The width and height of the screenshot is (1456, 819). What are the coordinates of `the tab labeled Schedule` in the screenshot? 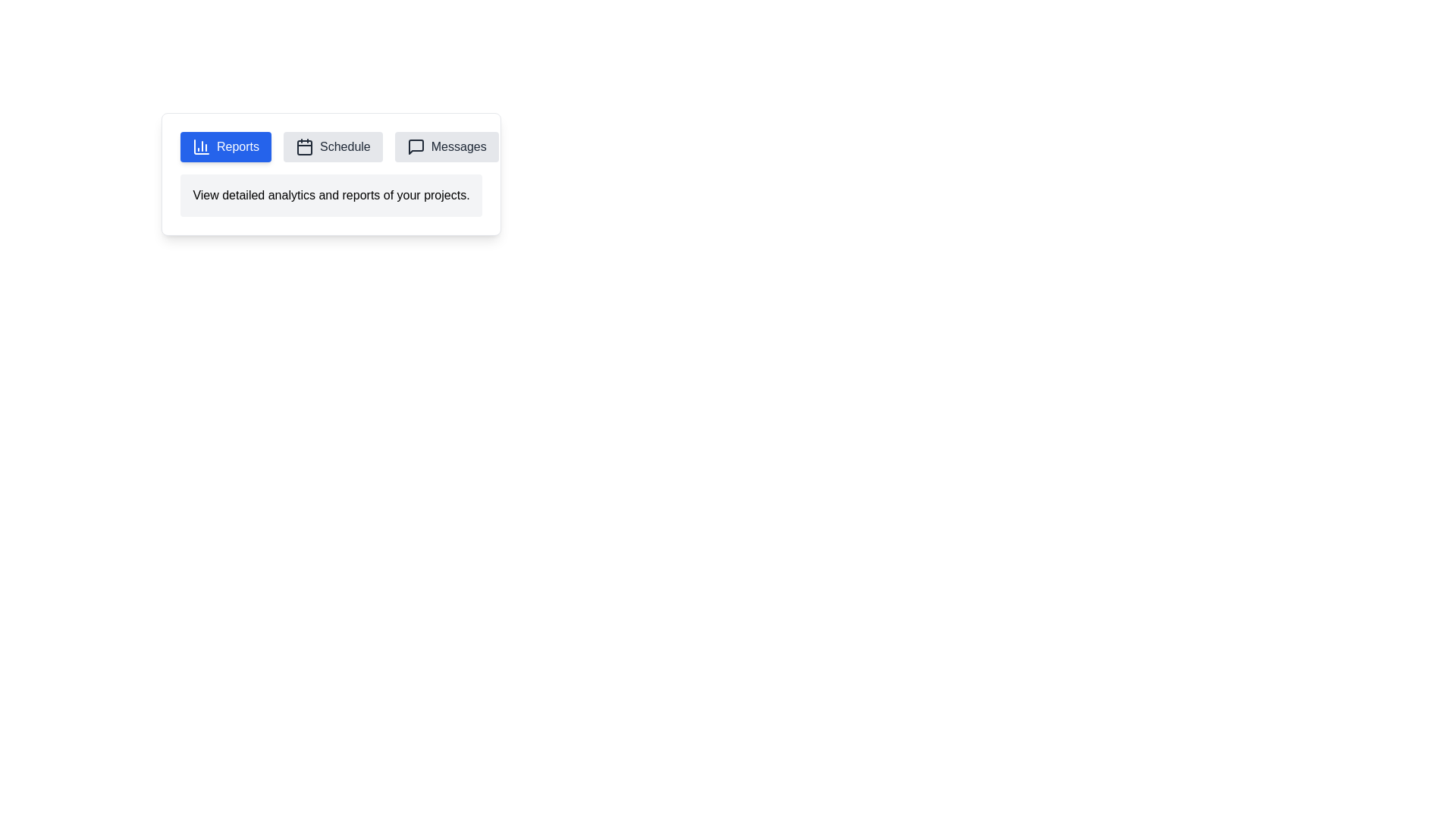 It's located at (331, 146).